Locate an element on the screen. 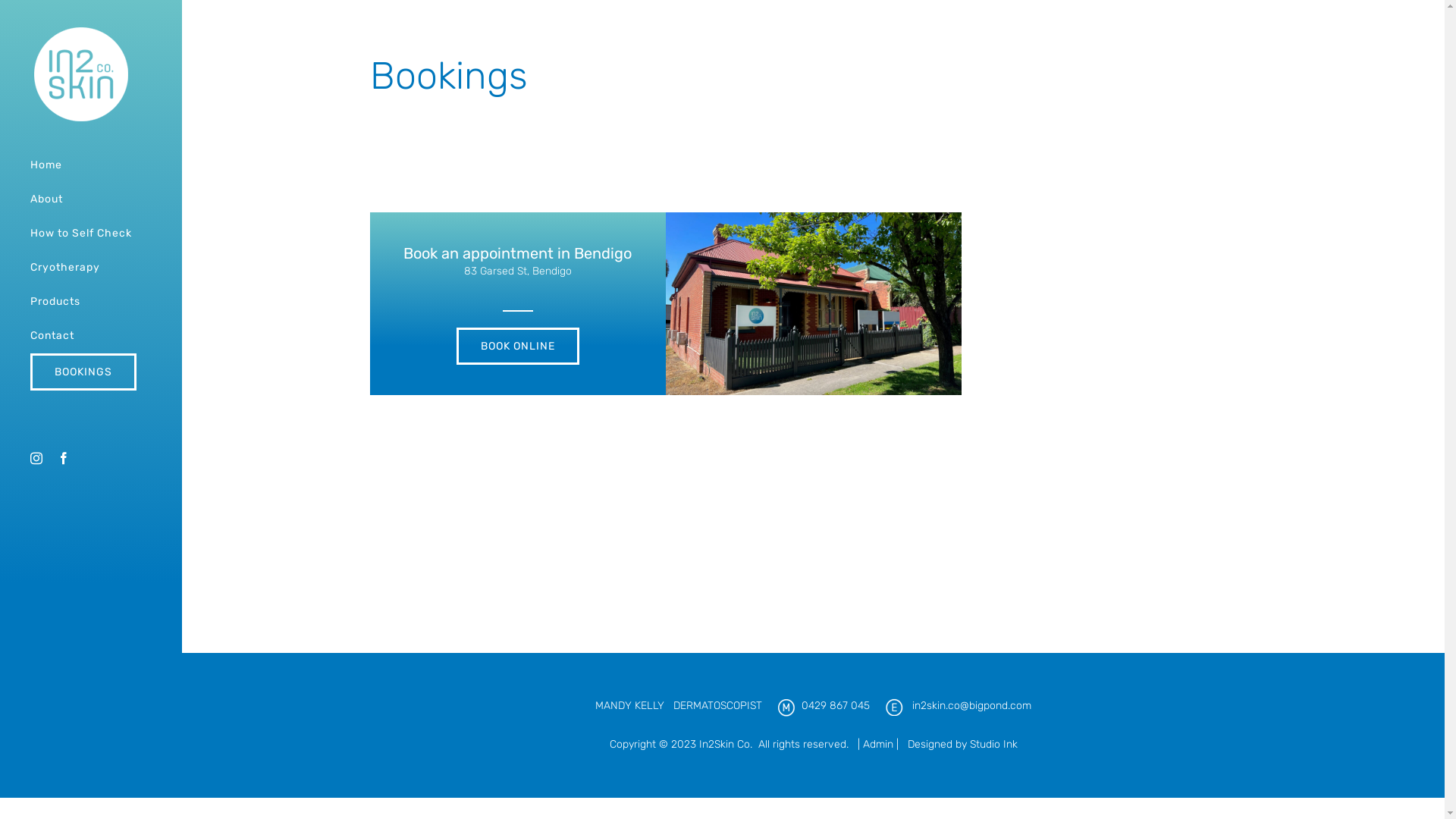 This screenshot has width=1456, height=819. 'Facebook' is located at coordinates (62, 457).